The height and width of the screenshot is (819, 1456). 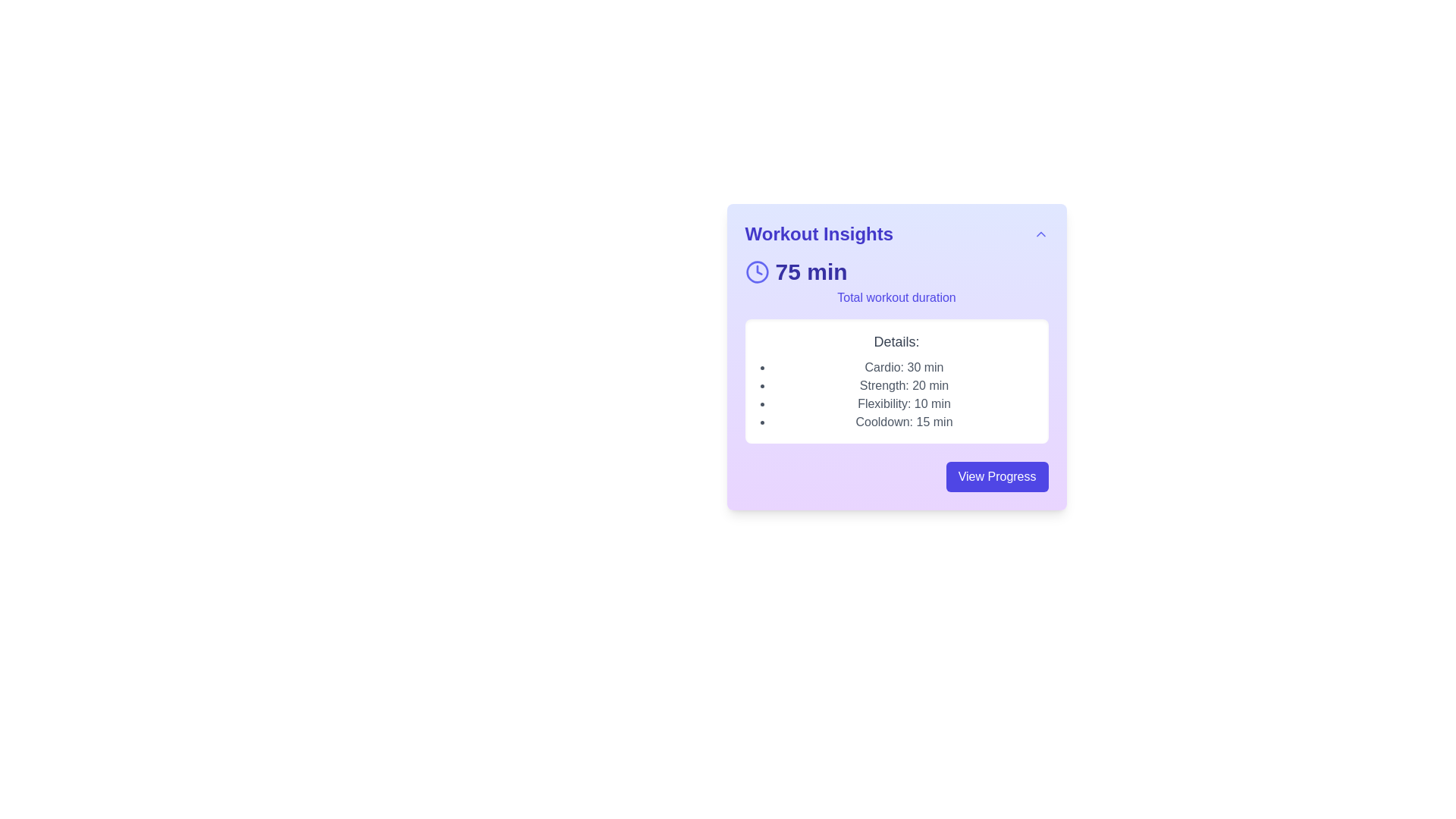 I want to click on the label that serves as a heading for the workout activities breakdown, located at the top of the content area of the card, so click(x=896, y=342).